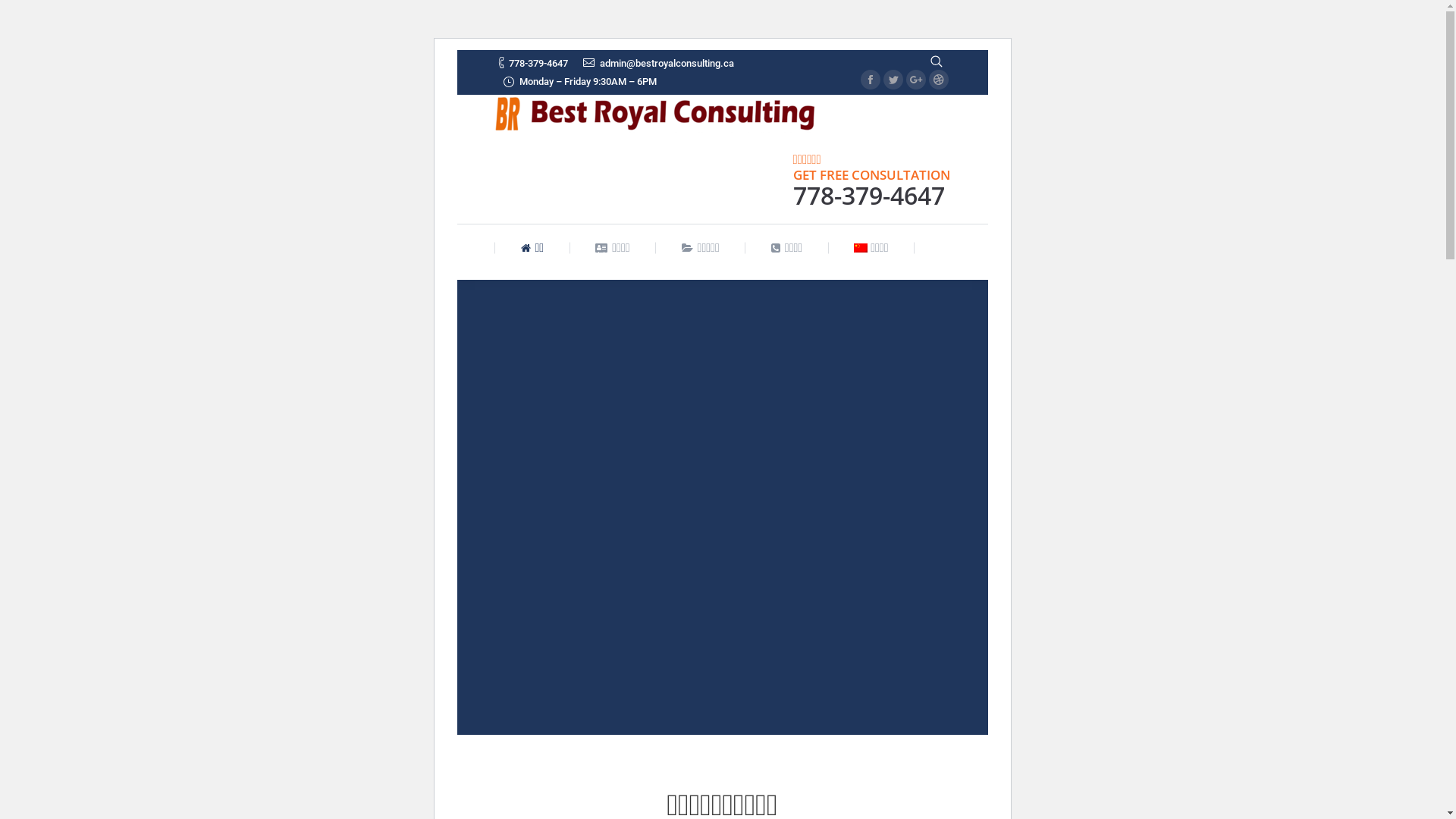 The image size is (1456, 819). Describe the element at coordinates (870, 79) in the screenshot. I see `'Facebook'` at that location.